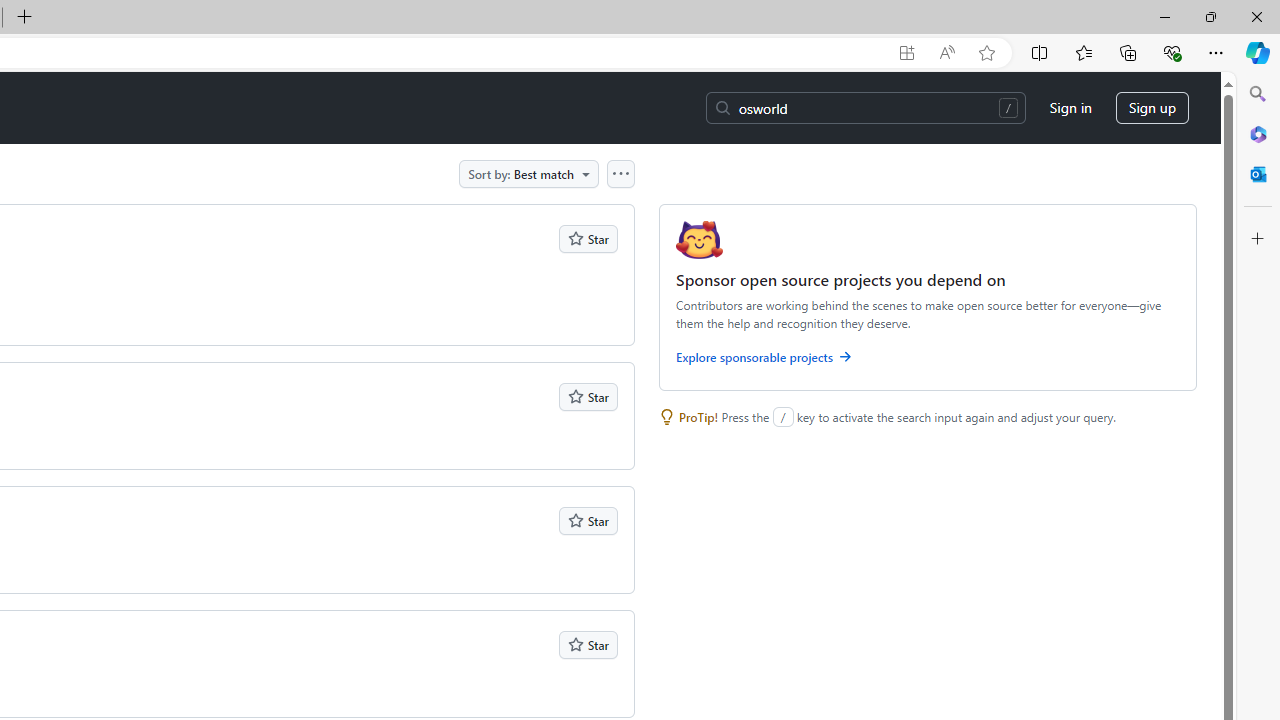 The height and width of the screenshot is (720, 1280). Describe the element at coordinates (1171, 51) in the screenshot. I see `'Browser essentials'` at that location.